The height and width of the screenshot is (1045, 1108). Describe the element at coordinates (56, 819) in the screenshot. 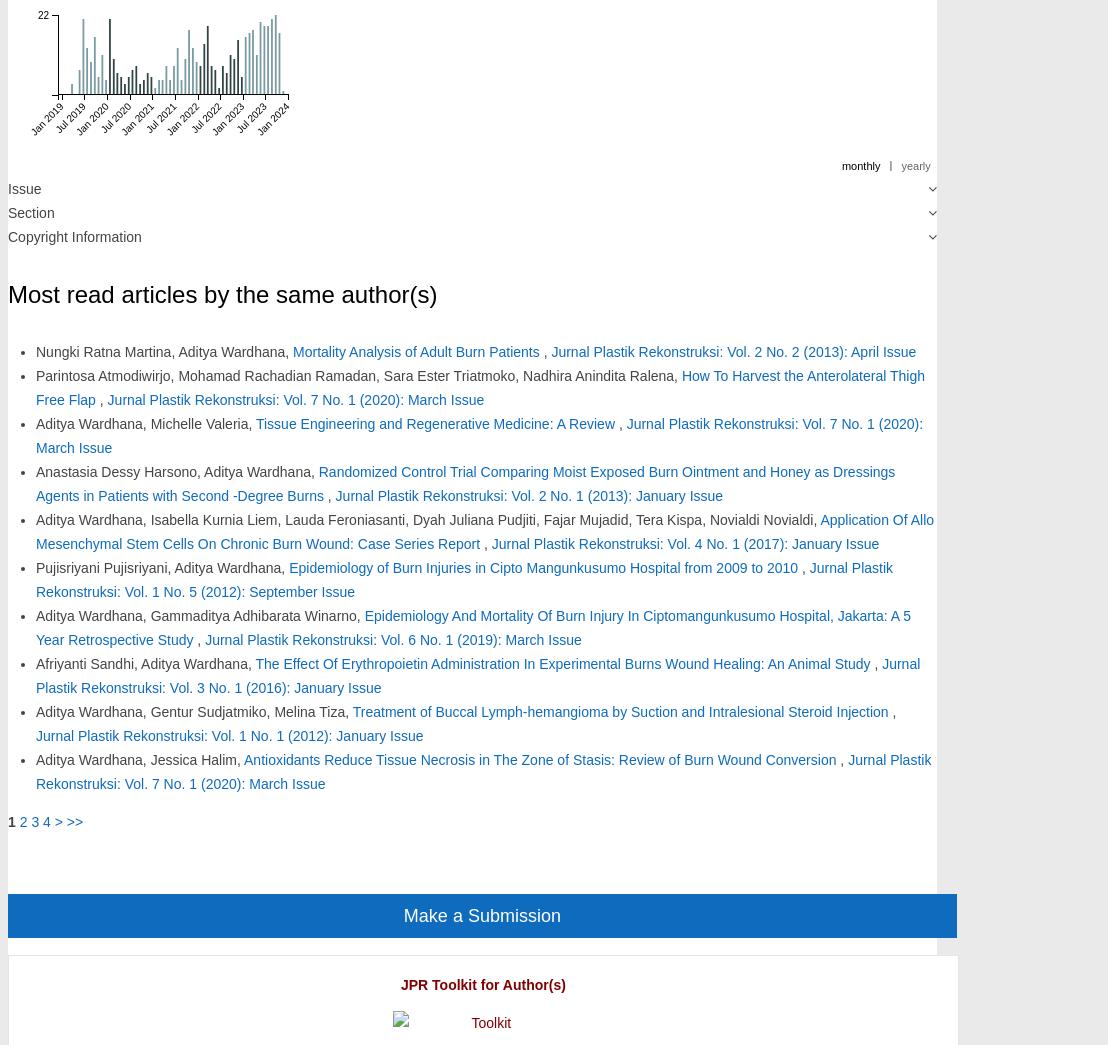

I see `'>'` at that location.